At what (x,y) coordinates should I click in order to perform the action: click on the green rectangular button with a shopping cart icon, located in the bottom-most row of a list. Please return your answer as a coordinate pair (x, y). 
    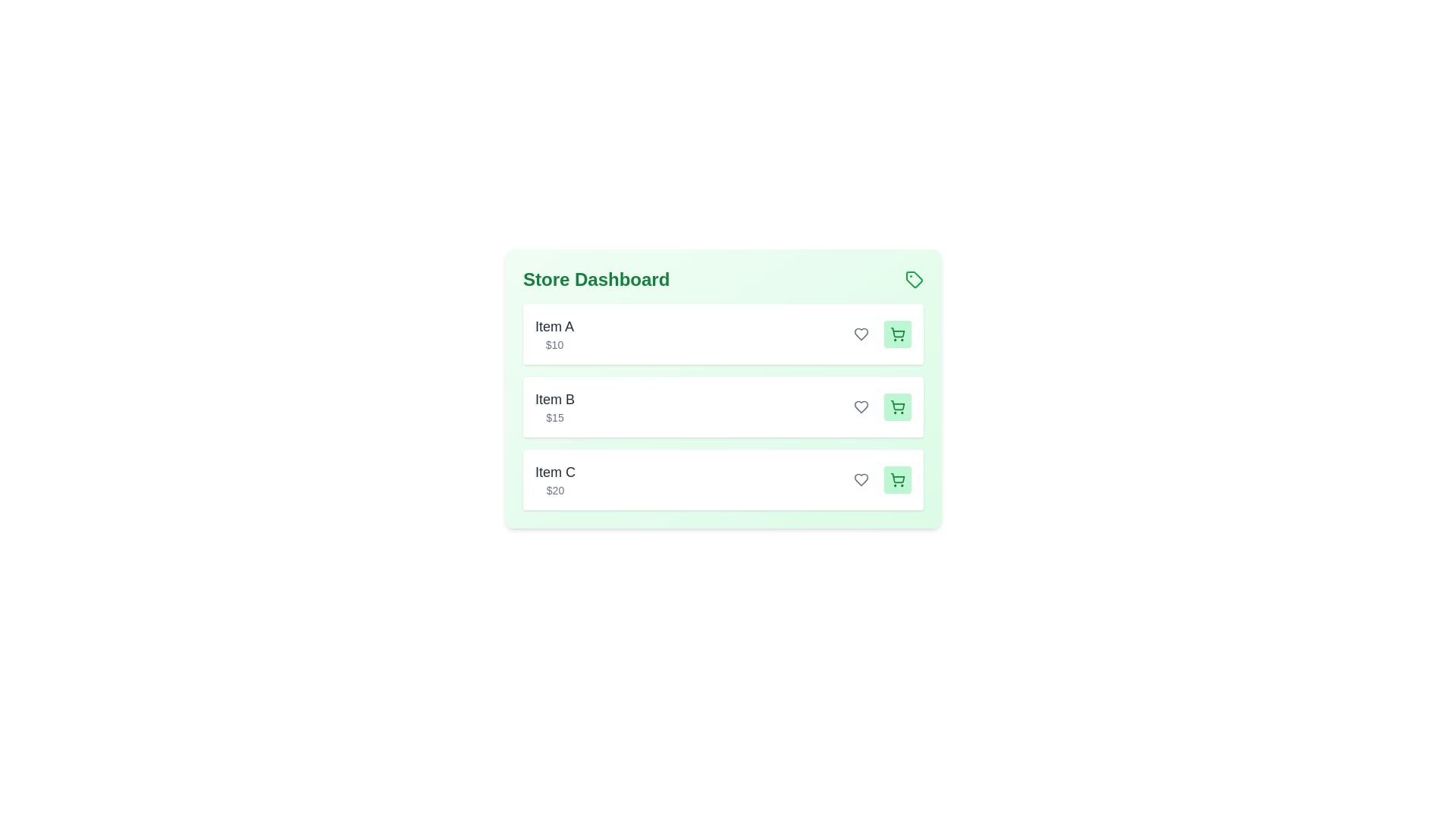
    Looking at the image, I should click on (898, 479).